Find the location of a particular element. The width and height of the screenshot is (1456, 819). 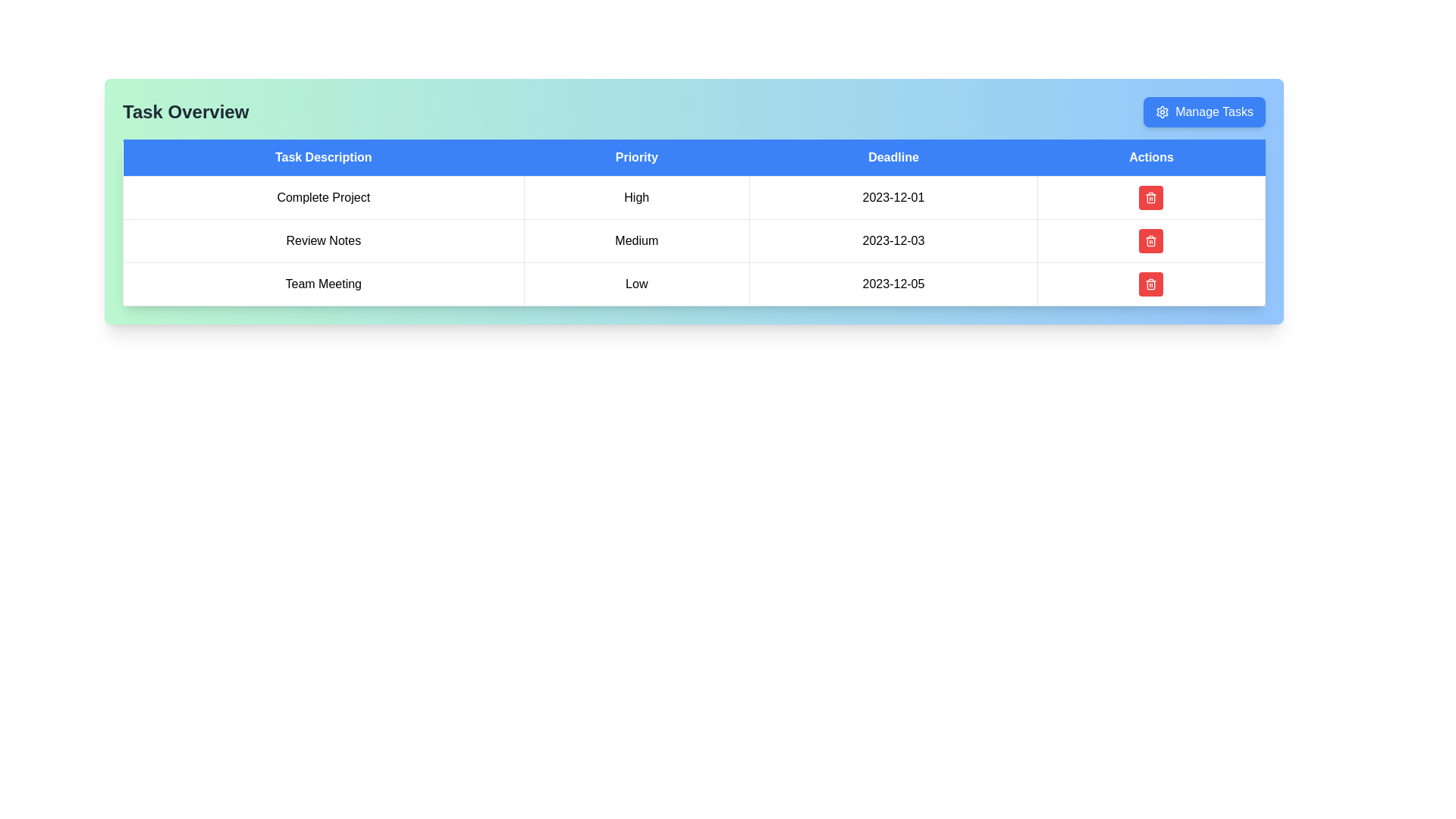

the 'Priority' label for the 'Review Notes' task in the 'Task Overview' section to identify its importance level is located at coordinates (636, 240).